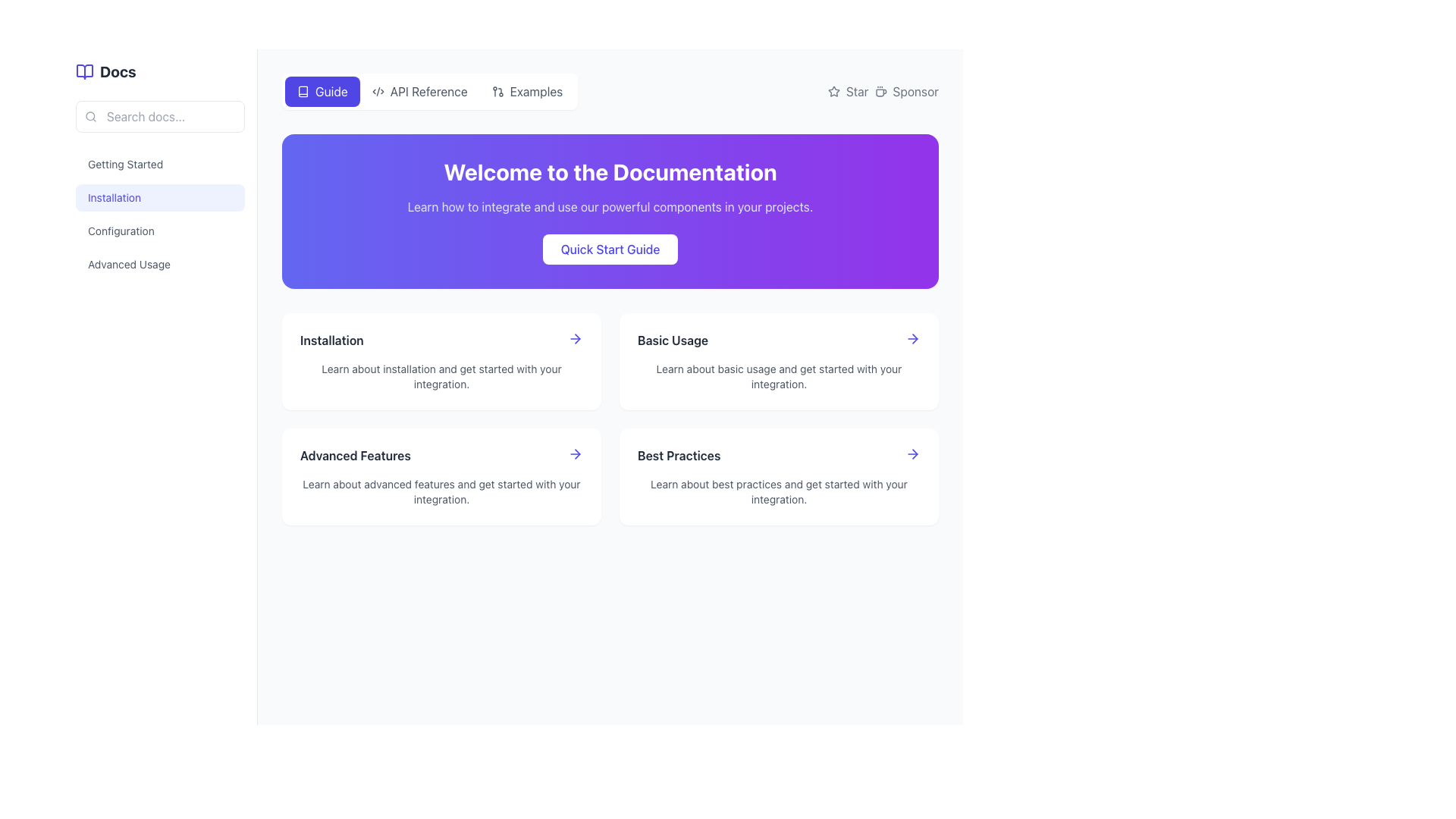  Describe the element at coordinates (574, 338) in the screenshot. I see `the rightward arrow icon, which is indigo and located to the right of the 'Installation' text in the 'Installation' card` at that location.